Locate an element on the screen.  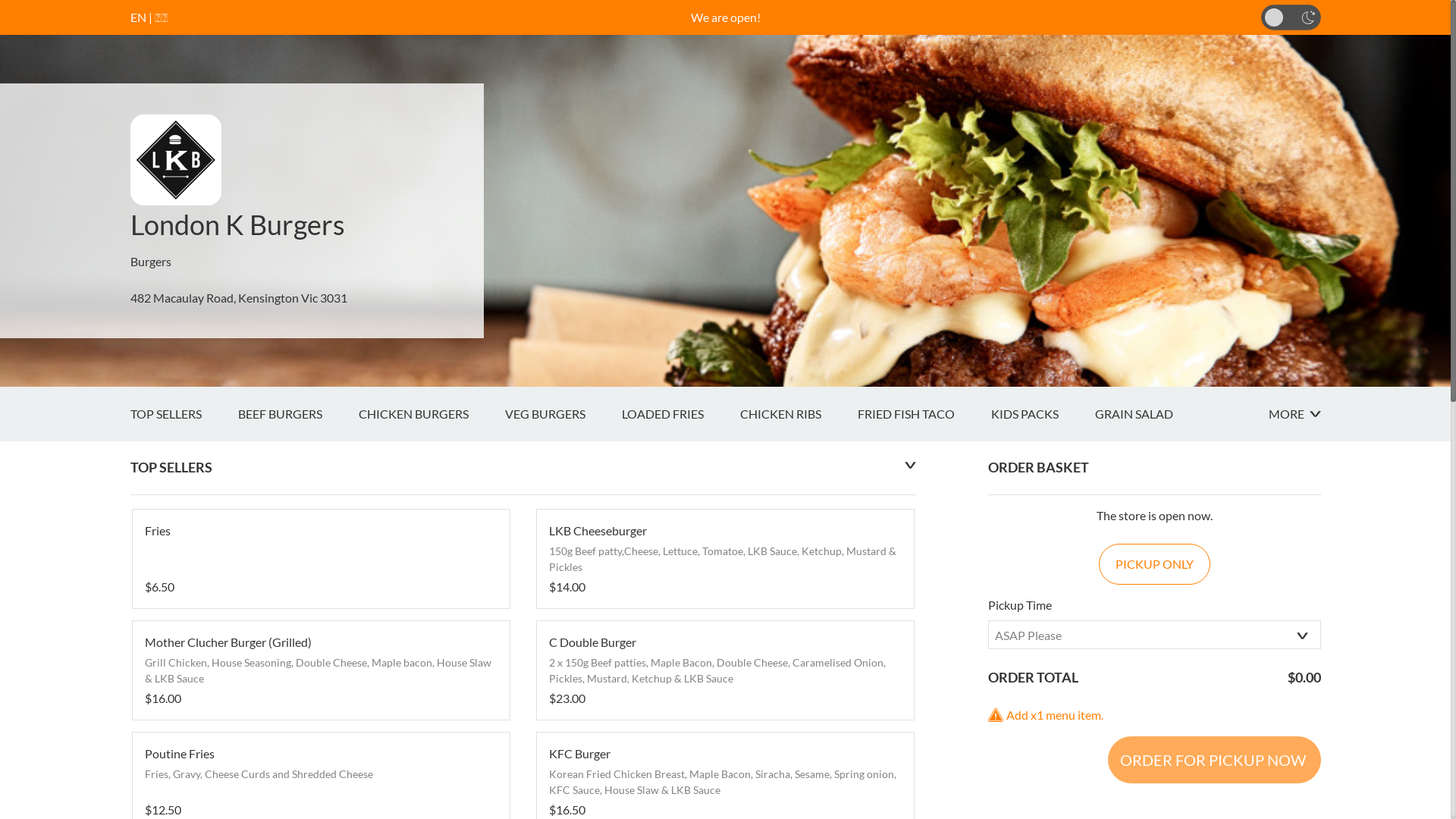
'MORE' is located at coordinates (1267, 414).